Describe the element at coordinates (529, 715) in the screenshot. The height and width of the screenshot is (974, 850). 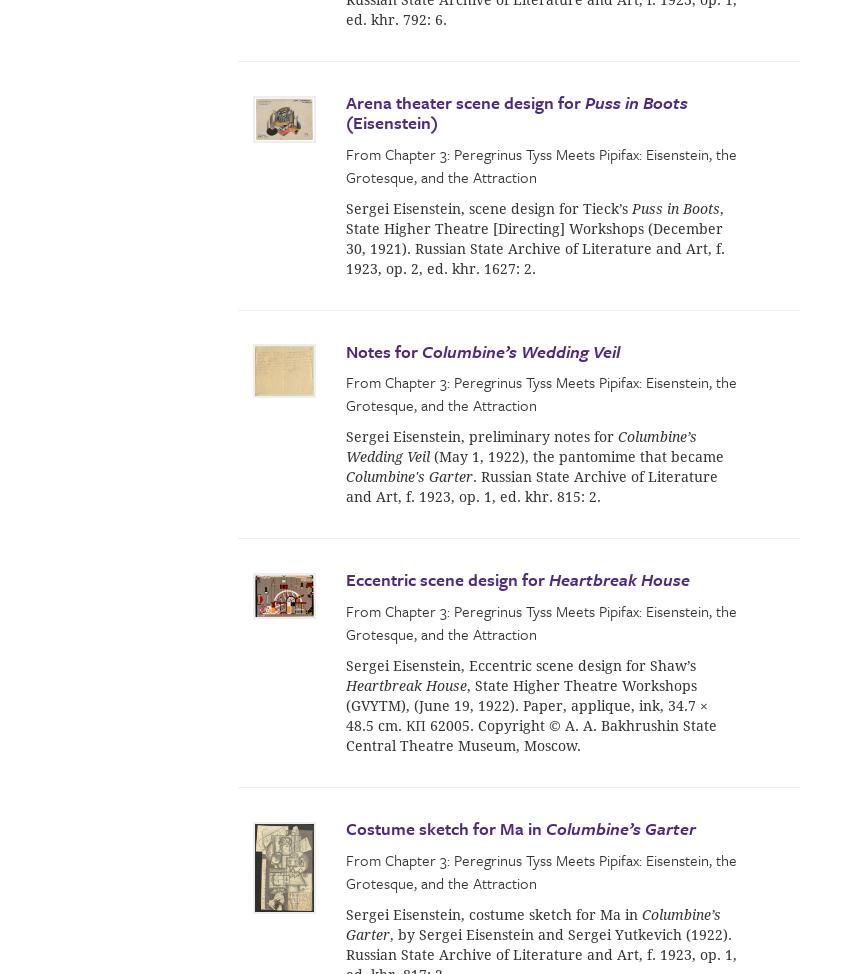
I see `', State Higher Theatre Workshops (GVYTM), (June 19, 1922).  Paper, applique, ink, 34.7 × 48.5 cm. КП 62005. Copyright © A. A. Bakhrushin State Central Theatre Museum, Moscow.'` at that location.